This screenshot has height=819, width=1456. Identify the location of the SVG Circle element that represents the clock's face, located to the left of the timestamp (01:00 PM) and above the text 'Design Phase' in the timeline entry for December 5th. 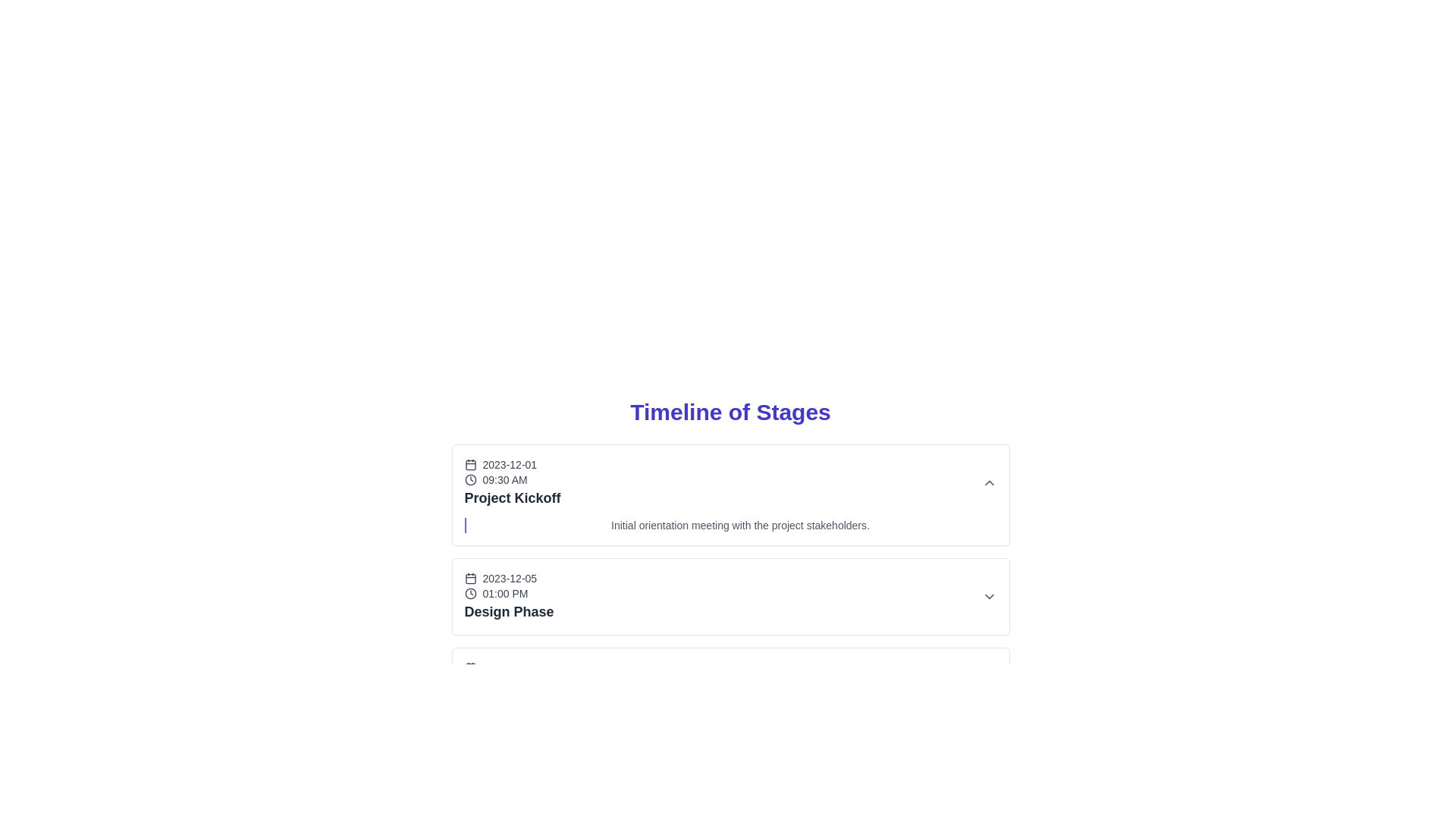
(469, 593).